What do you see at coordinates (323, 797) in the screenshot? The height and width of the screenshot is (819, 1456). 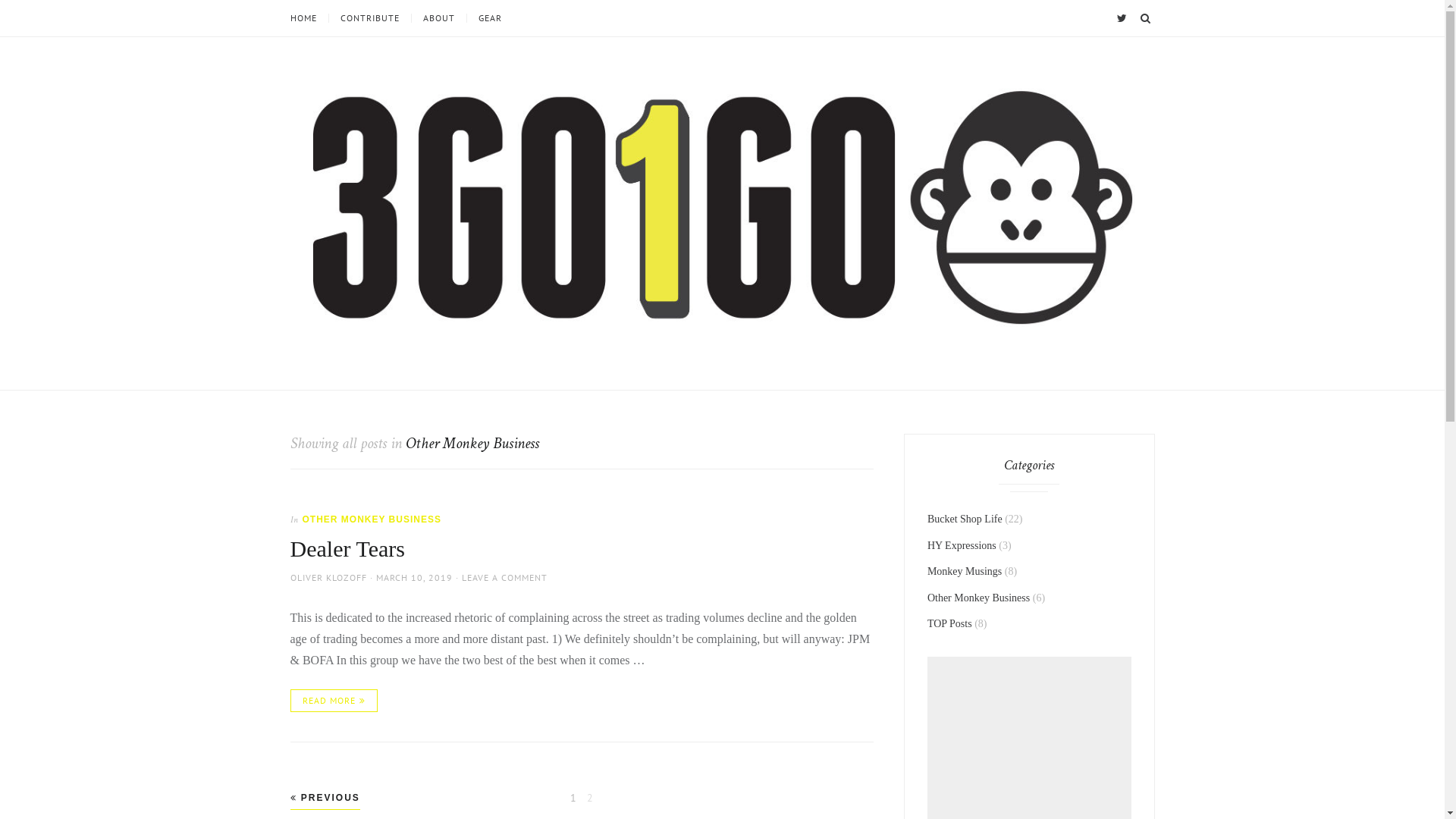 I see `'PREVIOUS'` at bounding box center [323, 797].